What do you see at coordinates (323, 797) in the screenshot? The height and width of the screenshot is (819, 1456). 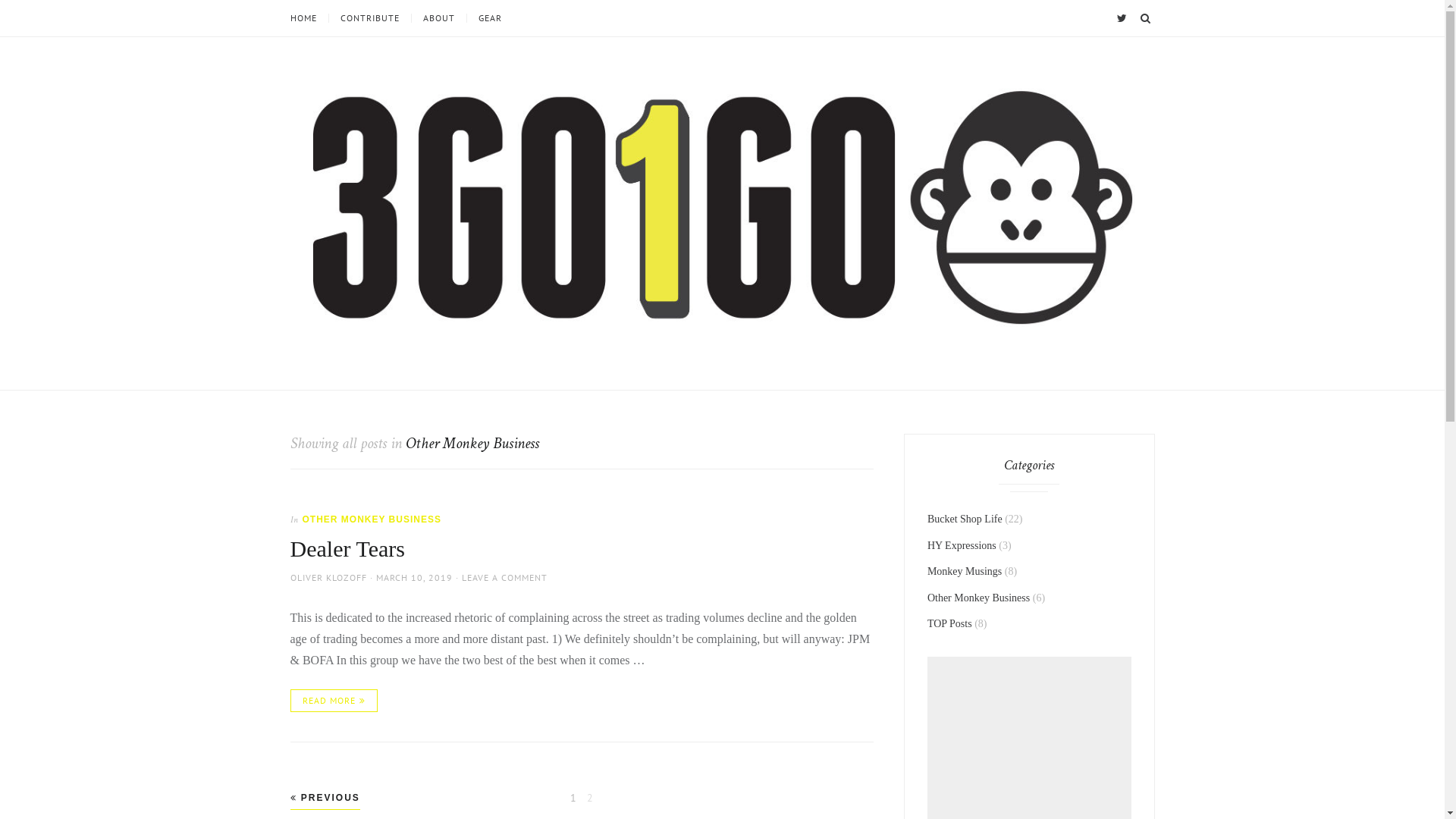 I see `'PREVIOUS'` at bounding box center [323, 797].